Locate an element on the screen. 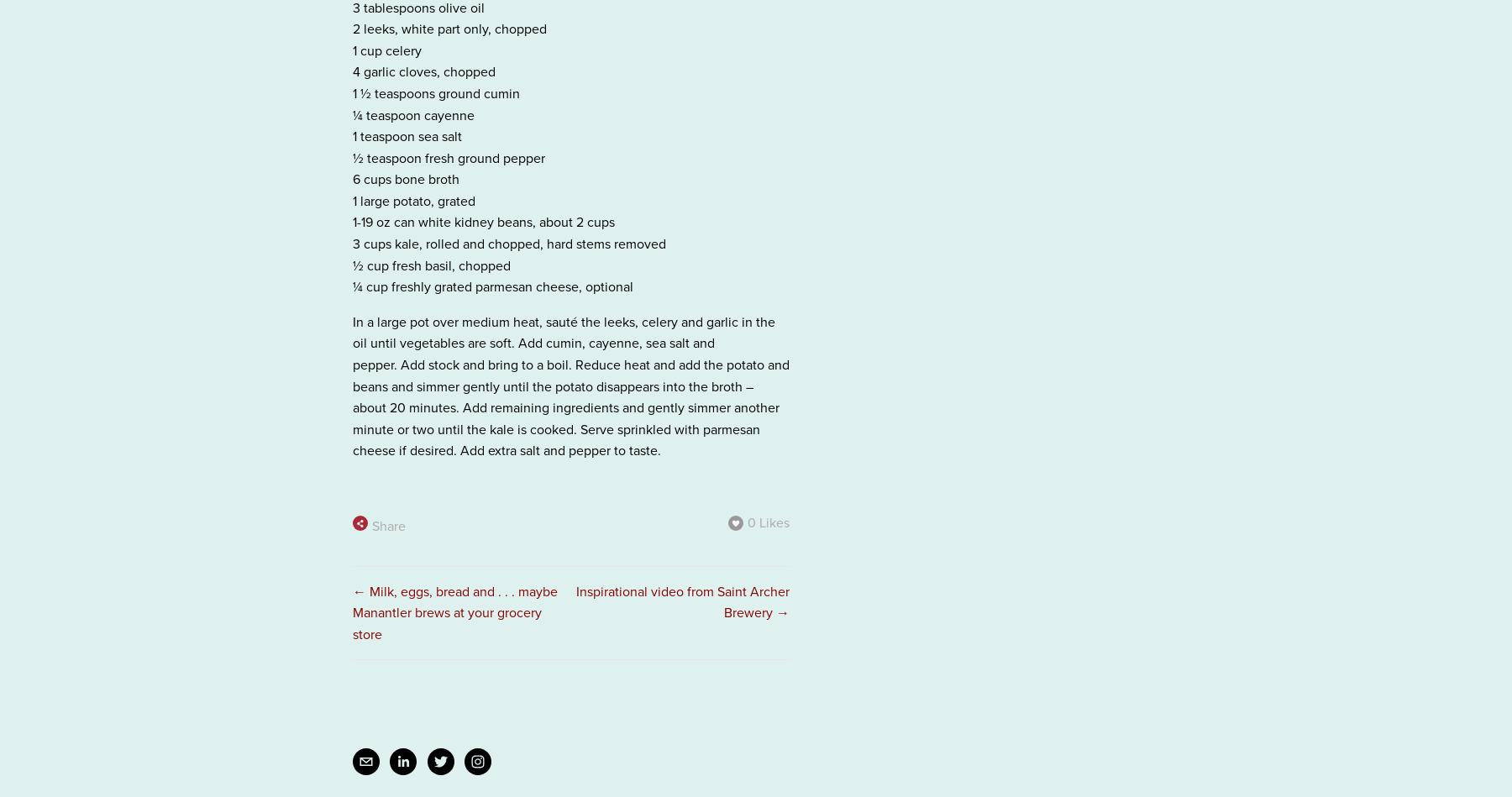  '4 garlic cloves, chopped' is located at coordinates (423, 71).